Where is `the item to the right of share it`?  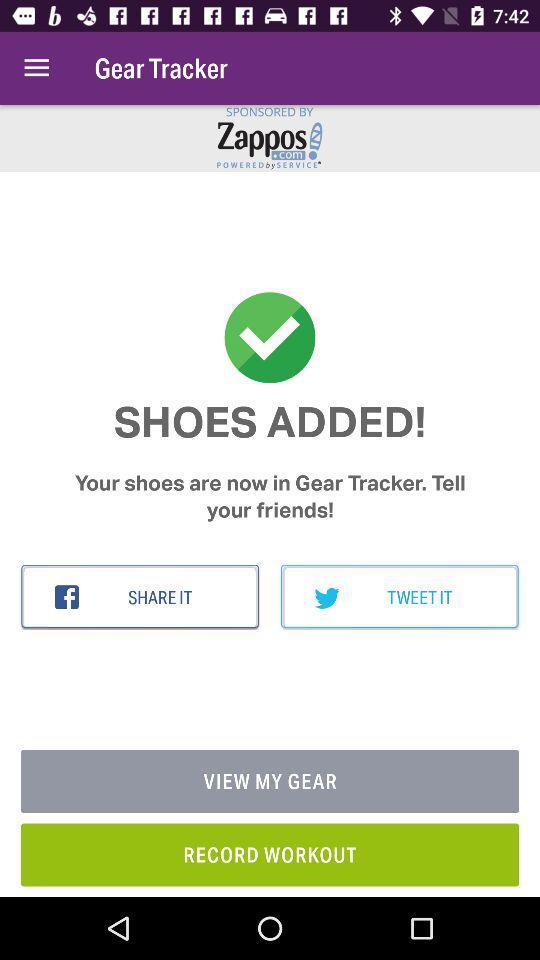
the item to the right of share it is located at coordinates (399, 597).